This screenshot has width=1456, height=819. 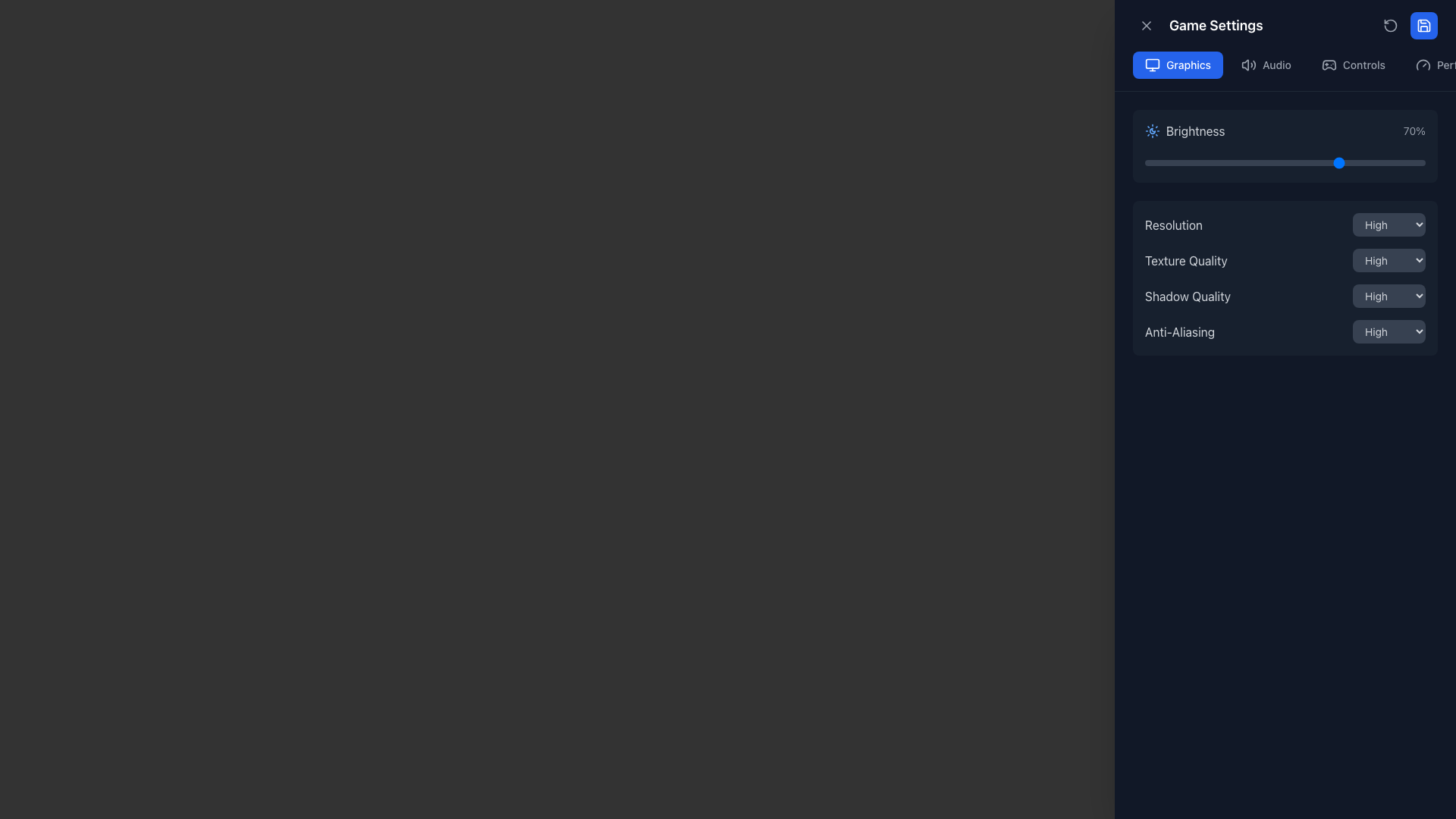 I want to click on the 'Shadow Quality' label, which displays white text on a dark blue background, positioned in the top right section of the interface under the 'Graphics' settings list, so click(x=1187, y=296).